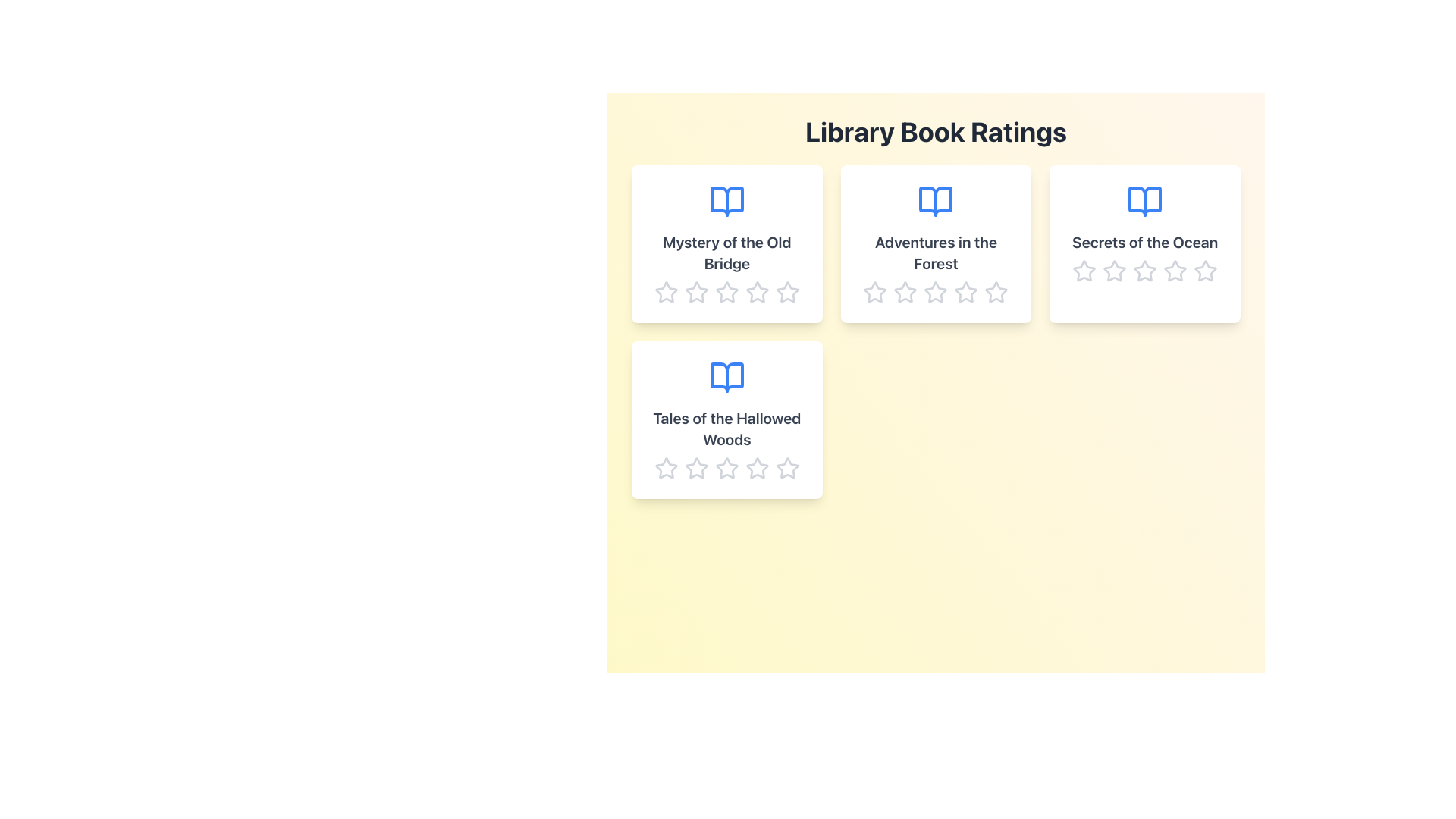  What do you see at coordinates (726, 467) in the screenshot?
I see `the third star icon in the rating system located at the bottom of the card titled 'Tales of the Hallowed Woods'` at bounding box center [726, 467].